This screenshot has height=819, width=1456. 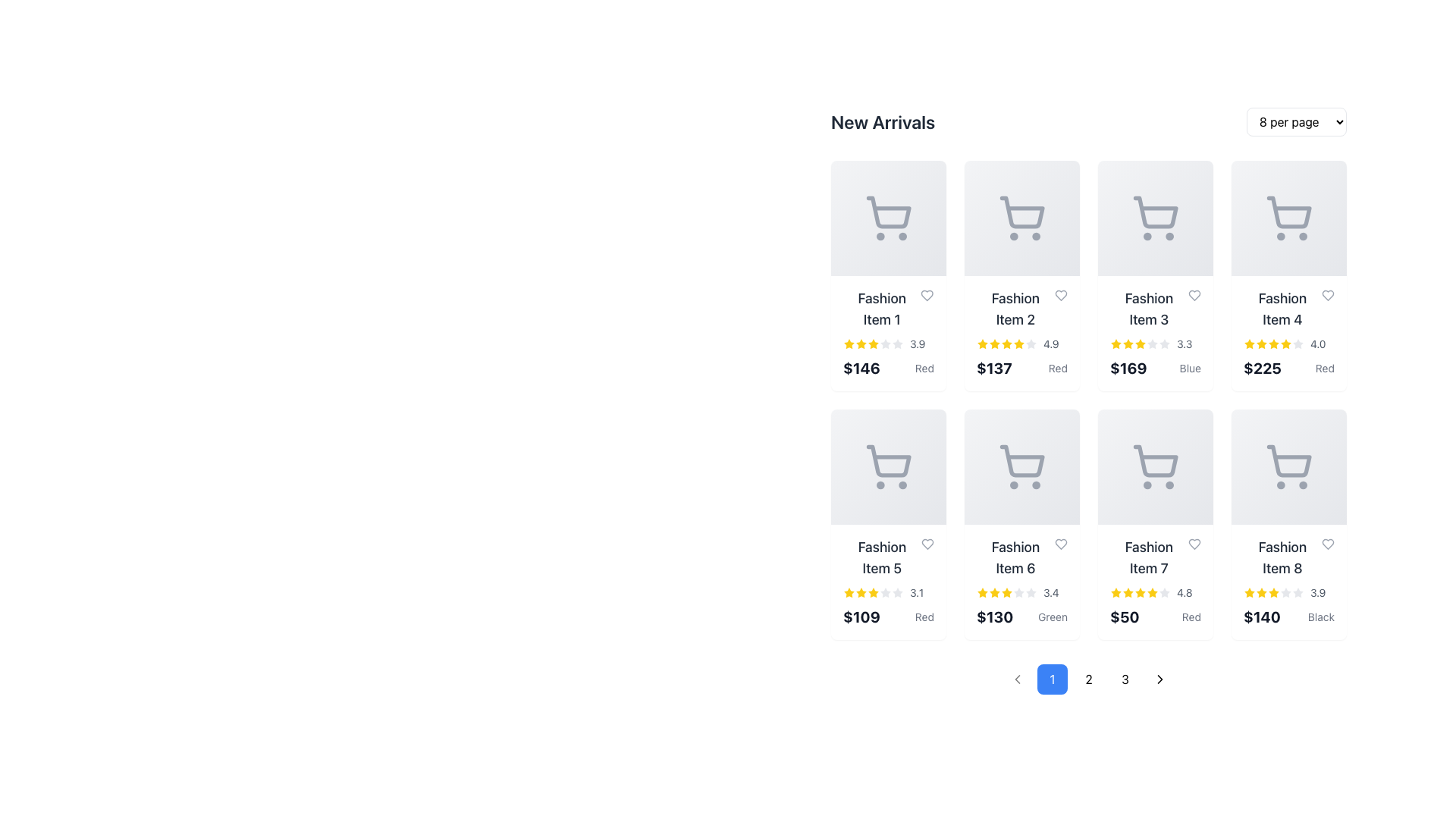 I want to click on the areas surrounding the 'Fashion Item 6' text label, located in the second row, third column of the grid layout in the 'New Arrivals' section, so click(x=1022, y=558).